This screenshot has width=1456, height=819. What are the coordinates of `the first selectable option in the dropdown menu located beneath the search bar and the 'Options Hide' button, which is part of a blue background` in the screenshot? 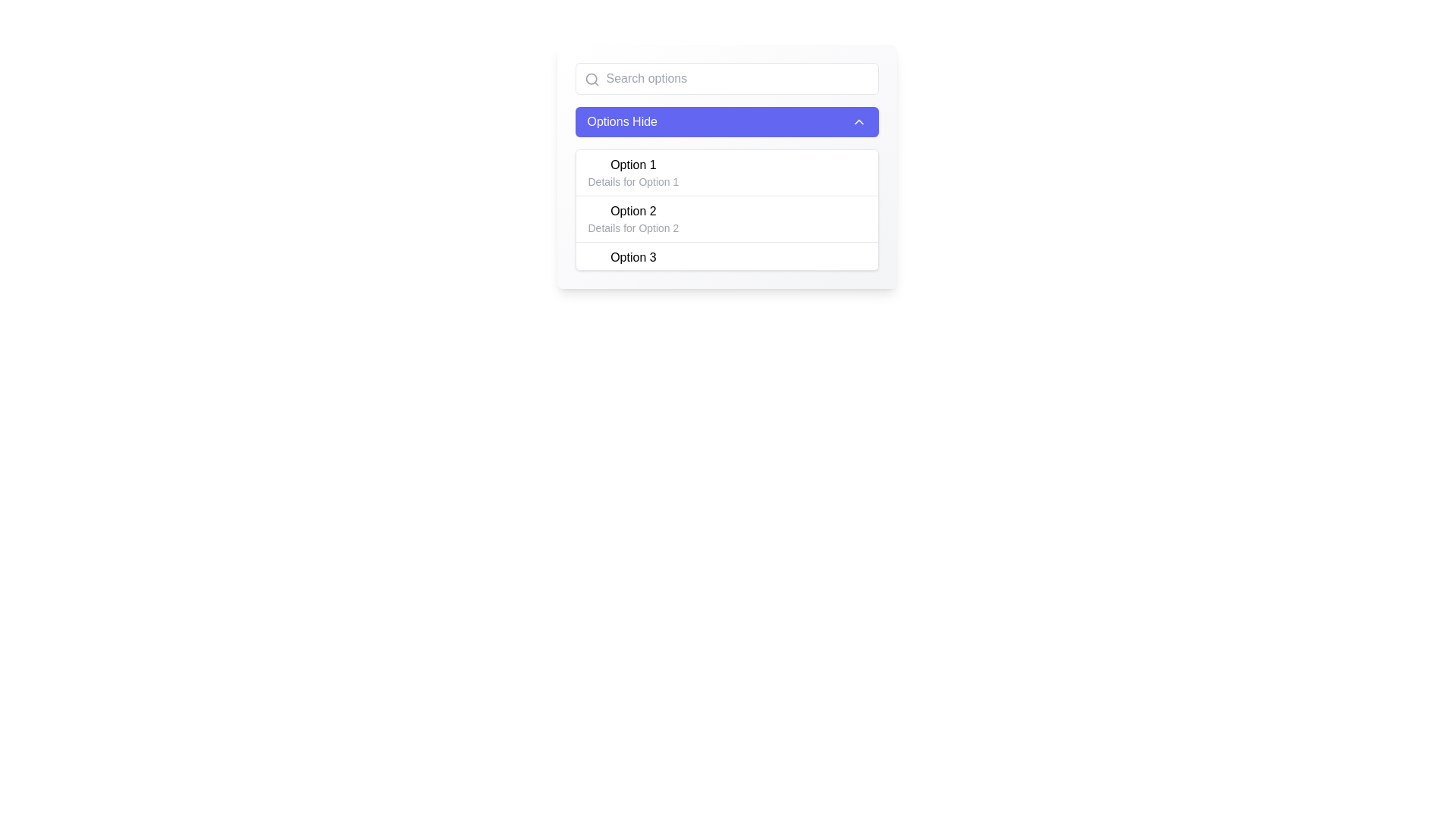 It's located at (726, 166).